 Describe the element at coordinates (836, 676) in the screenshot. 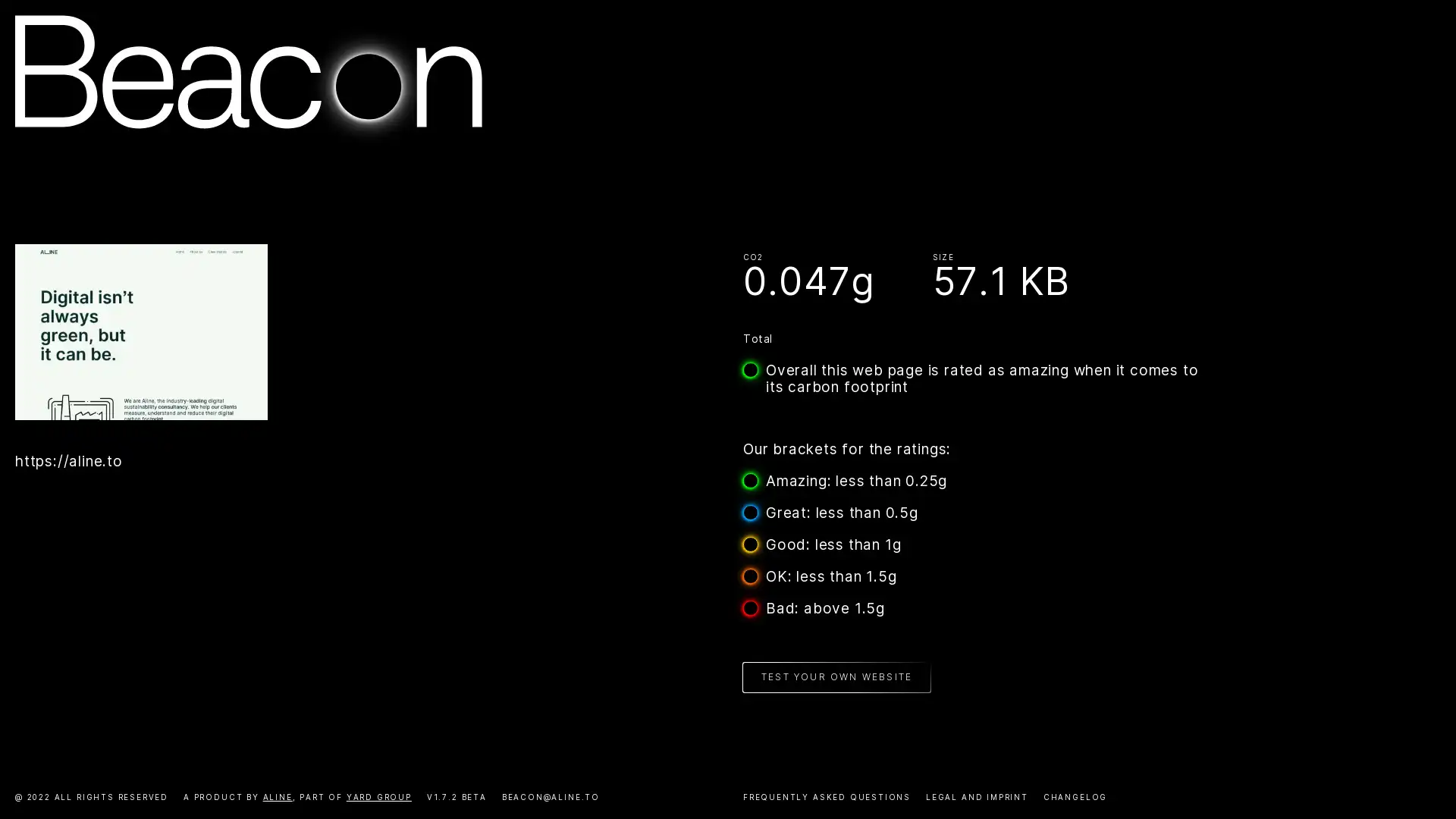

I see `TEST YOUR OWN WEBSITE` at that location.